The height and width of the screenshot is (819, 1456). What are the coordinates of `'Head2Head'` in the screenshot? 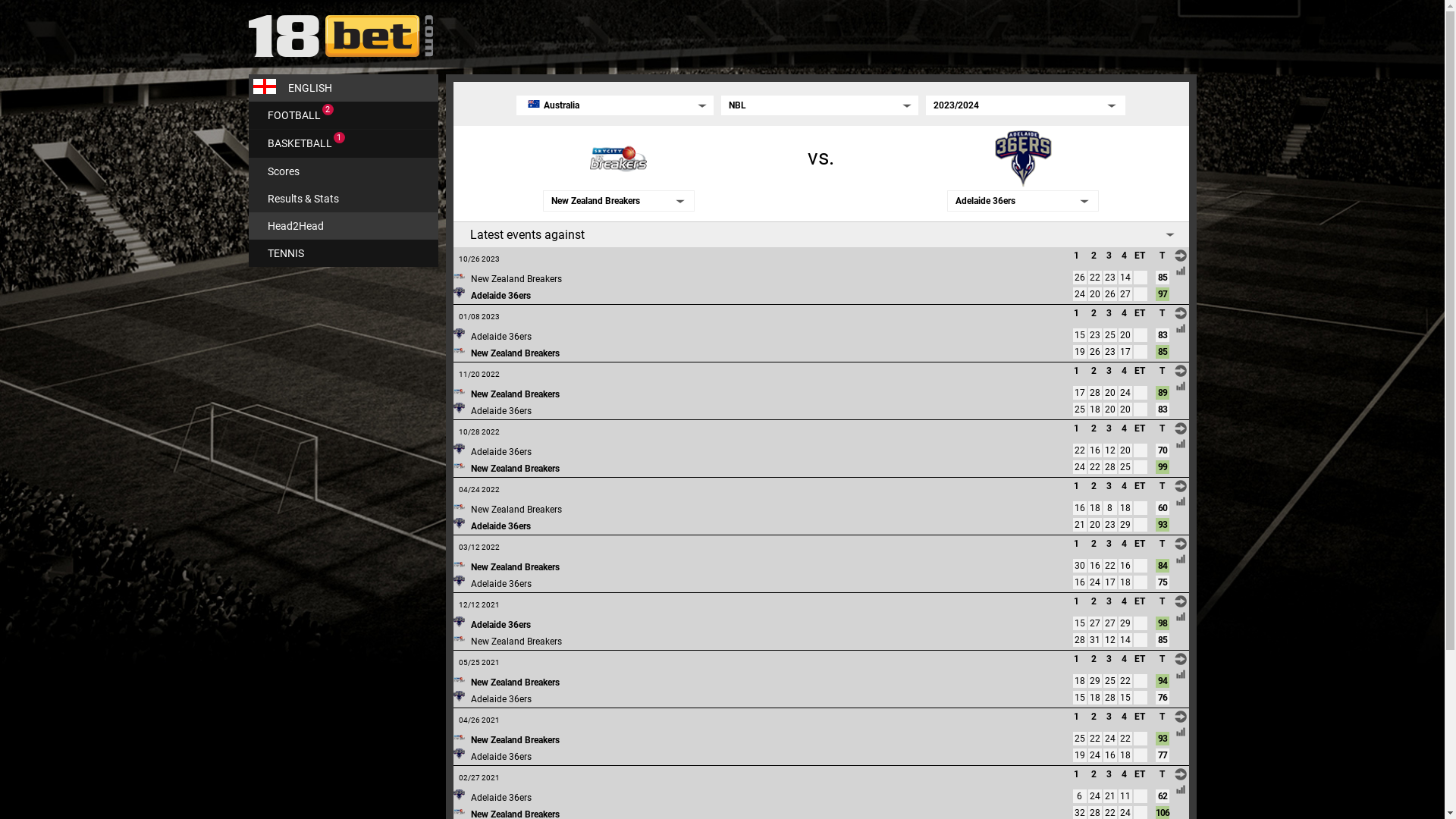 It's located at (248, 225).